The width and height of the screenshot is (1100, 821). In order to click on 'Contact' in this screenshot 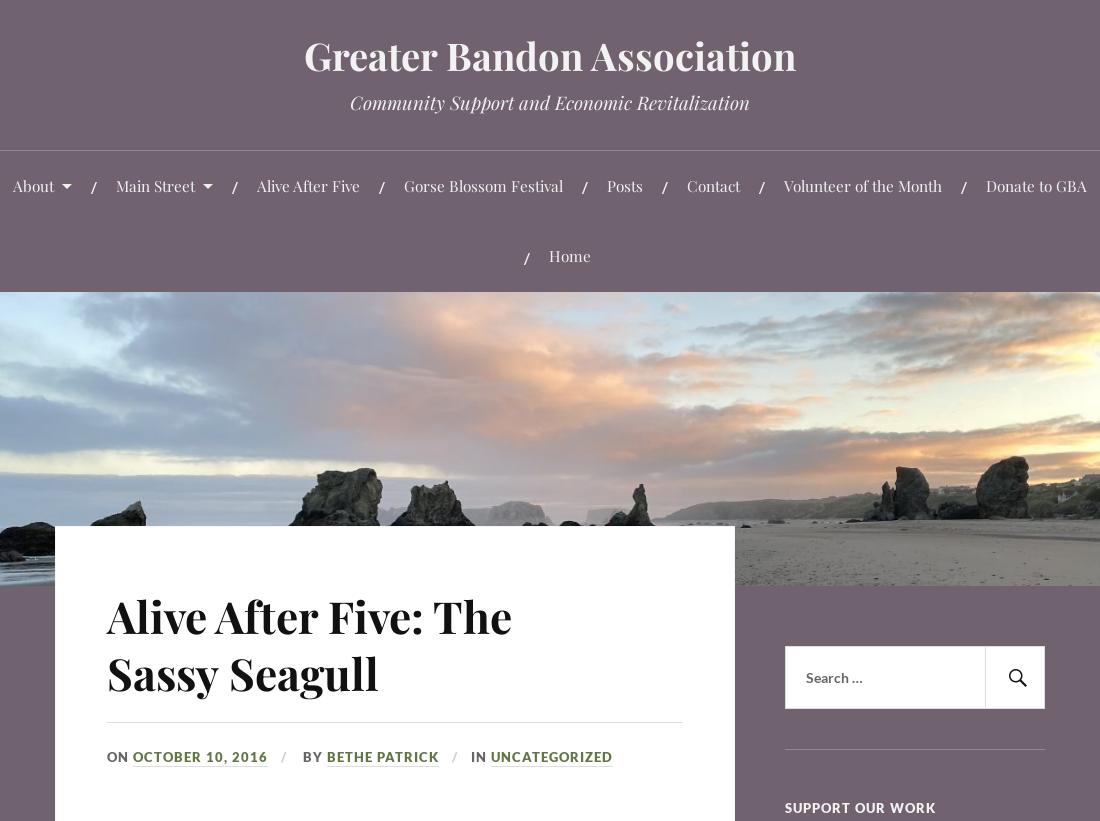, I will do `click(712, 183)`.